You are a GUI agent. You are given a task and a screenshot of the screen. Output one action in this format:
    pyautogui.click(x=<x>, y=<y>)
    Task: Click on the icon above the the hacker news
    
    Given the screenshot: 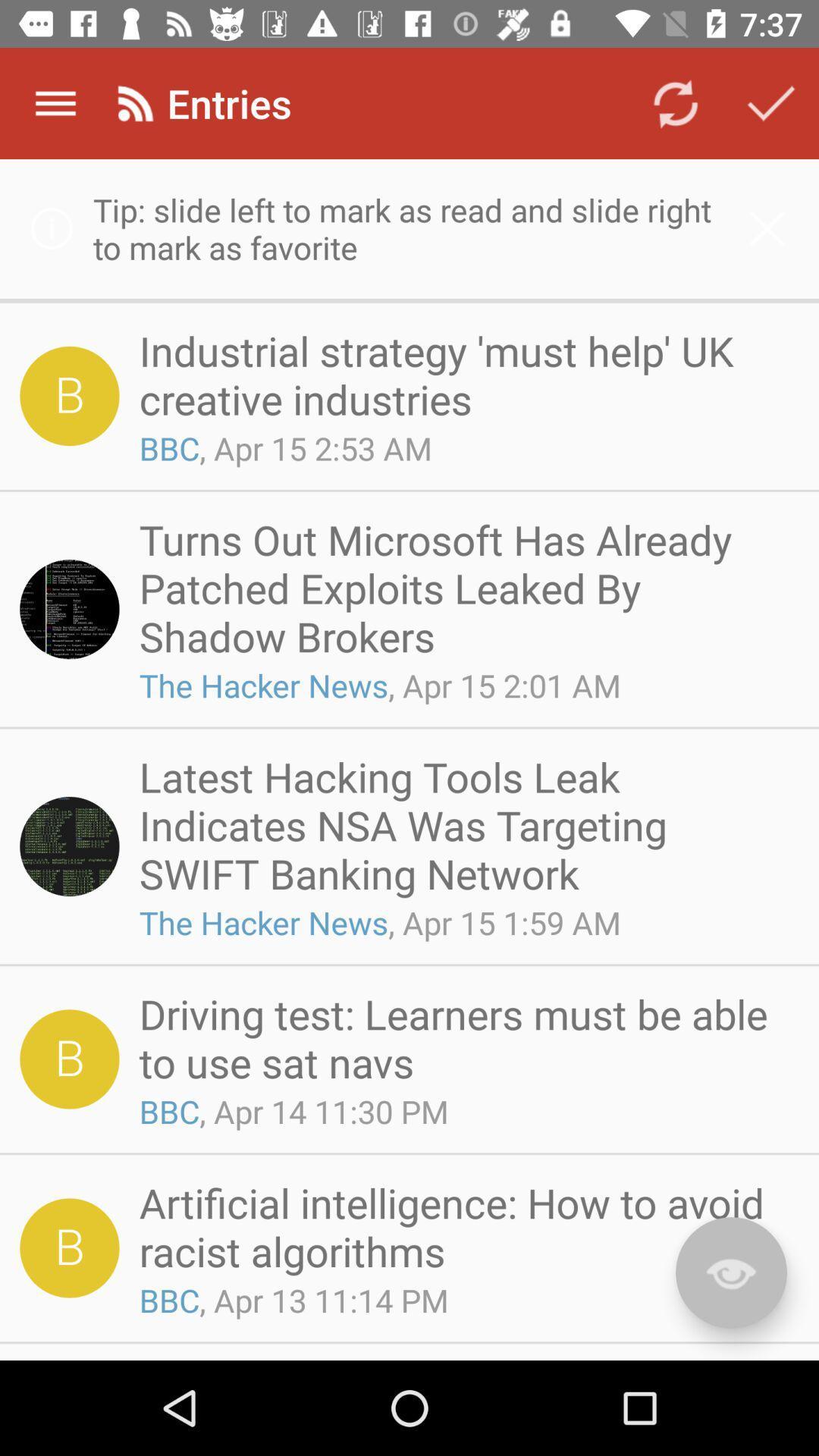 What is the action you would take?
    pyautogui.click(x=463, y=587)
    